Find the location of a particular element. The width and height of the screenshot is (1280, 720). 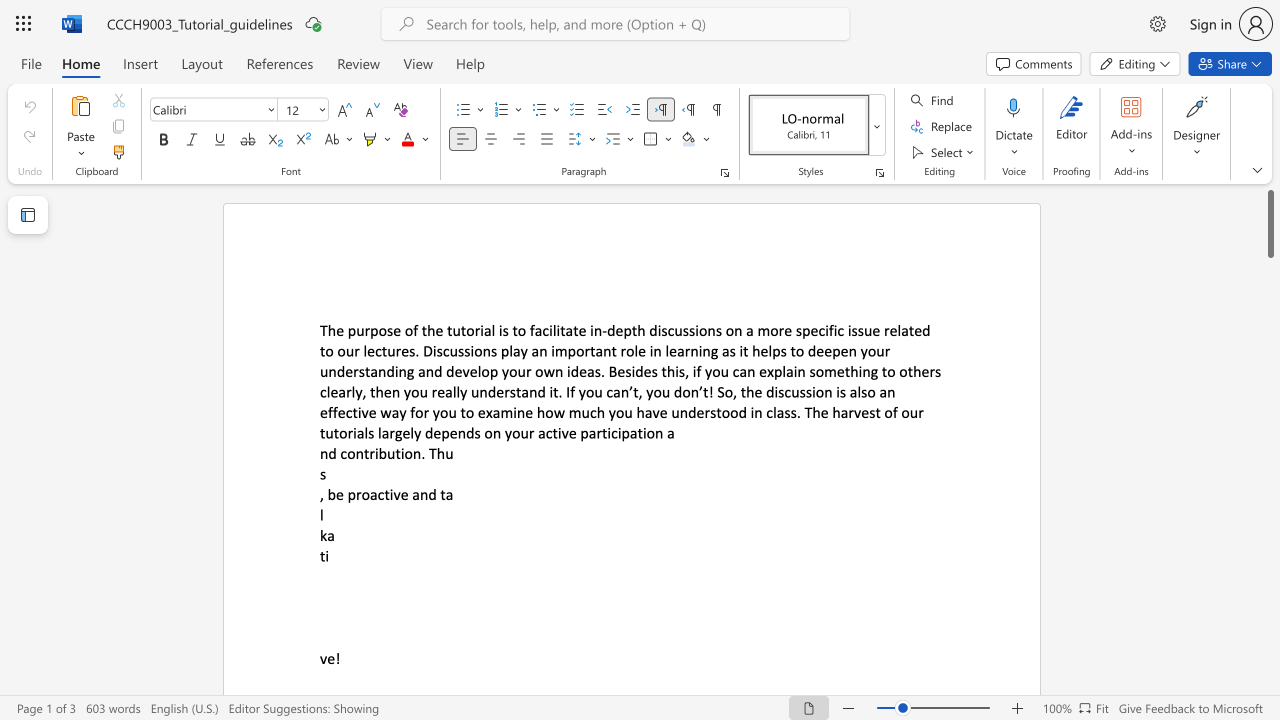

the right-hand scrollbar to descend the page is located at coordinates (1269, 280).